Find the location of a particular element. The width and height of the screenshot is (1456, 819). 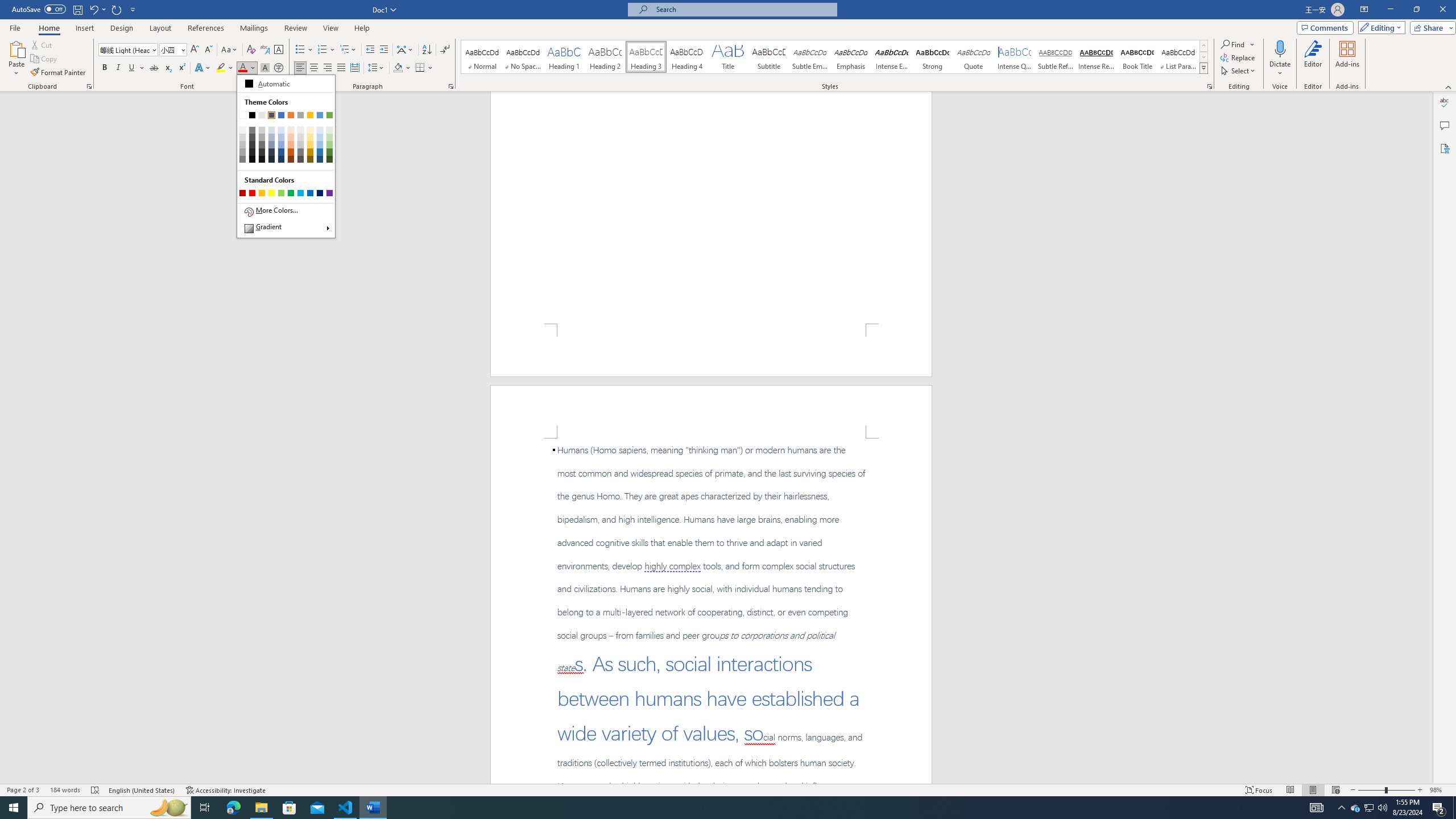

'Review' is located at coordinates (295, 28).